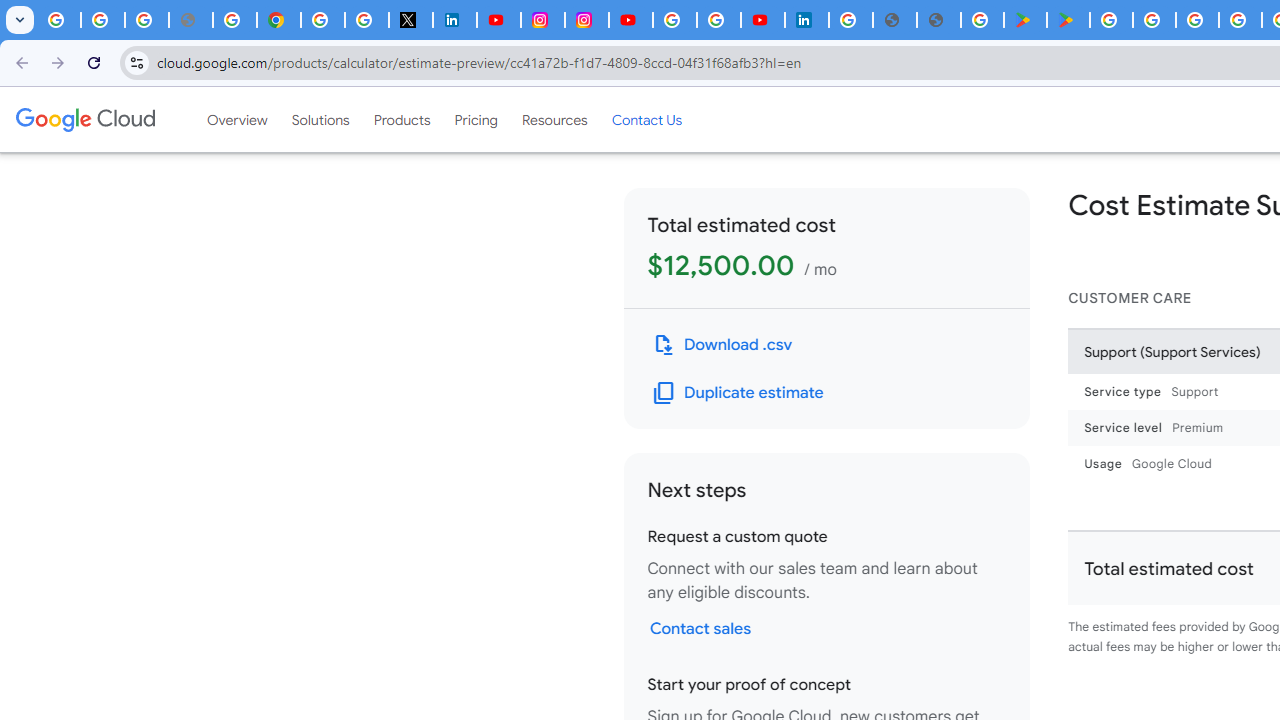 The image size is (1280, 720). What do you see at coordinates (1067, 20) in the screenshot?
I see `'PAW Patrol Rescue World - Apps on Google Play'` at bounding box center [1067, 20].